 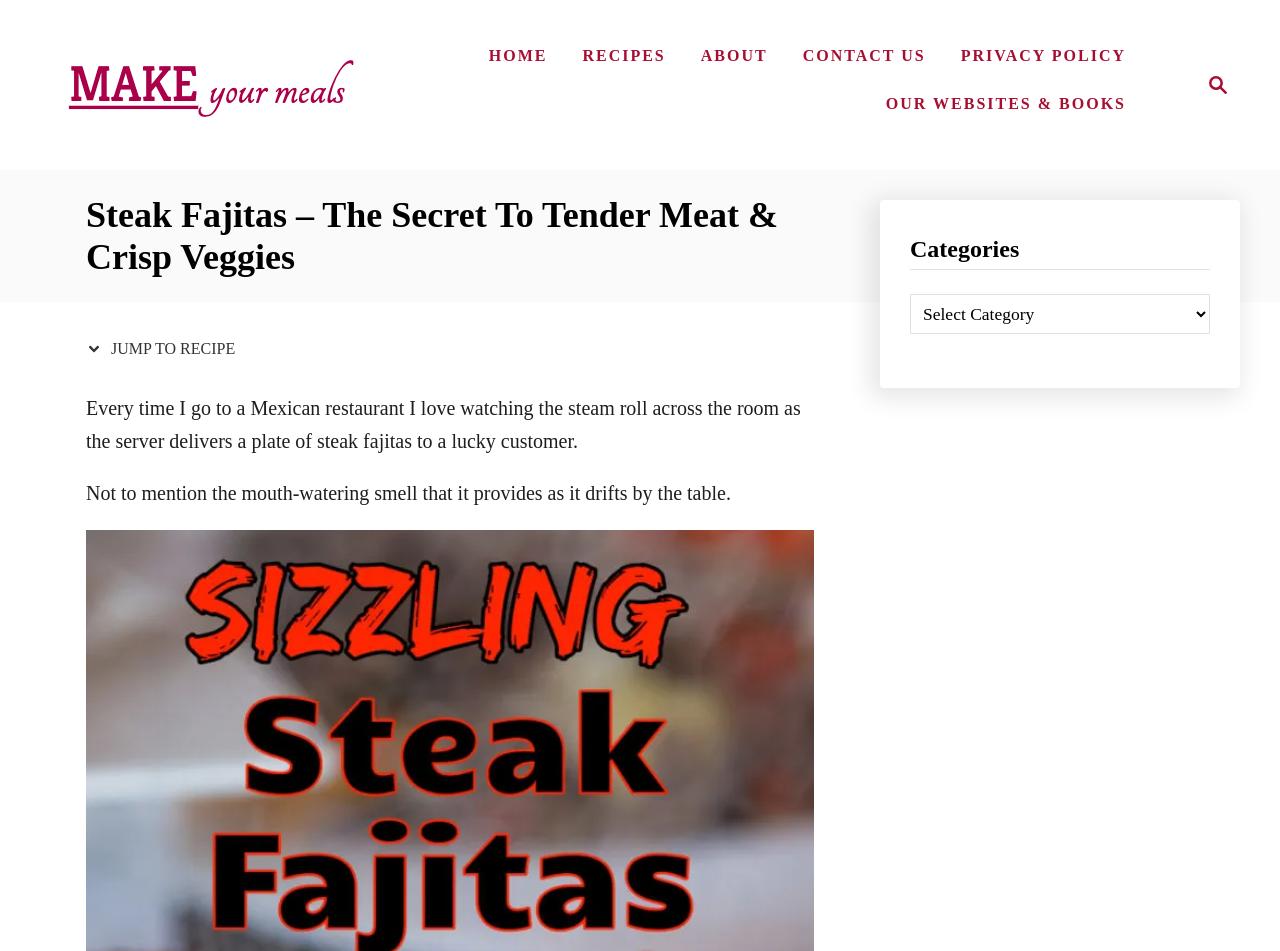 I want to click on 'Categories', so click(x=964, y=248).